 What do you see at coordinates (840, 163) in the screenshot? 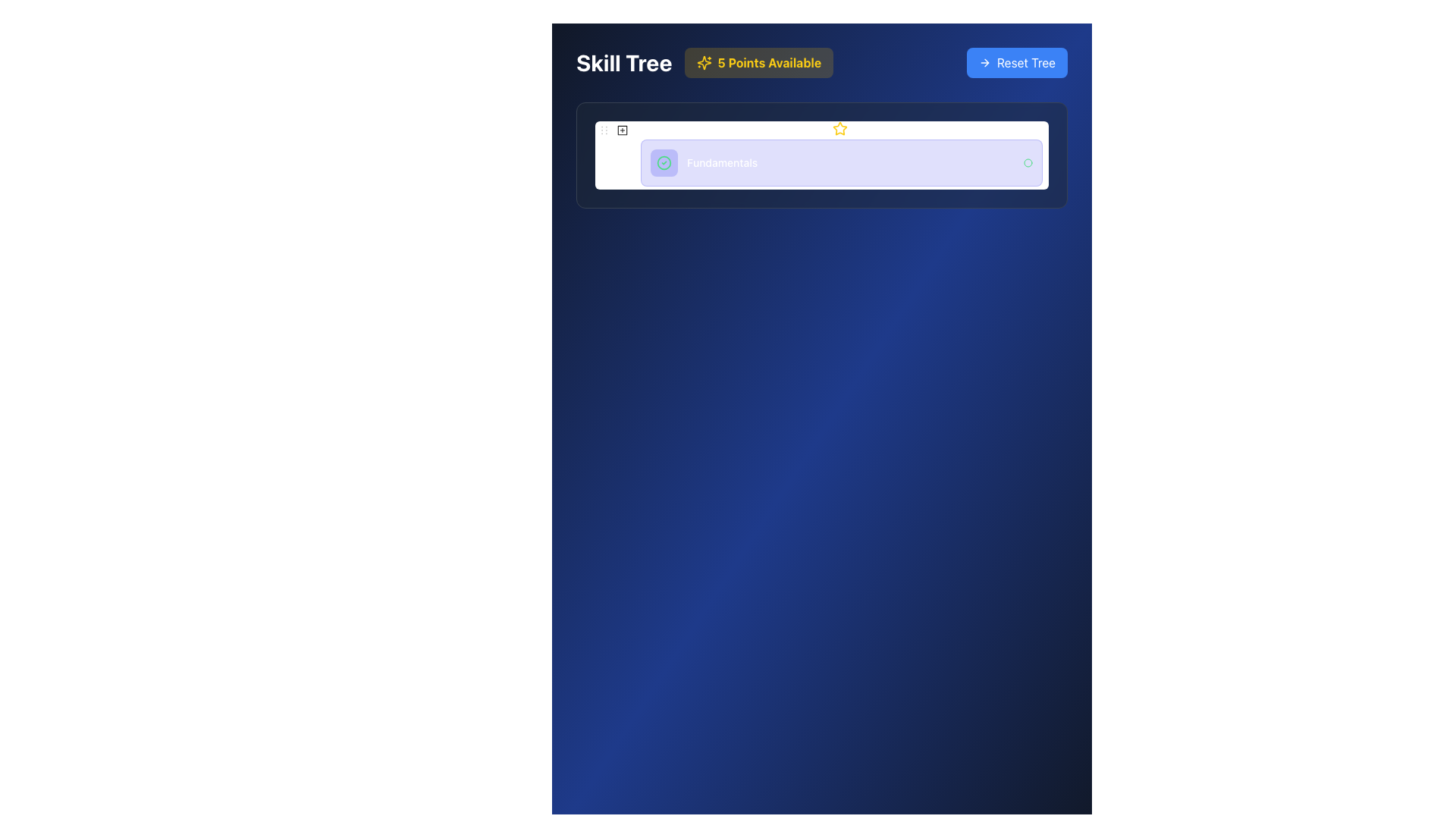
I see `the 'Fundamentals' list item in the skill tree, which is a horizontal bar with rounded corners and a light indigo background` at bounding box center [840, 163].